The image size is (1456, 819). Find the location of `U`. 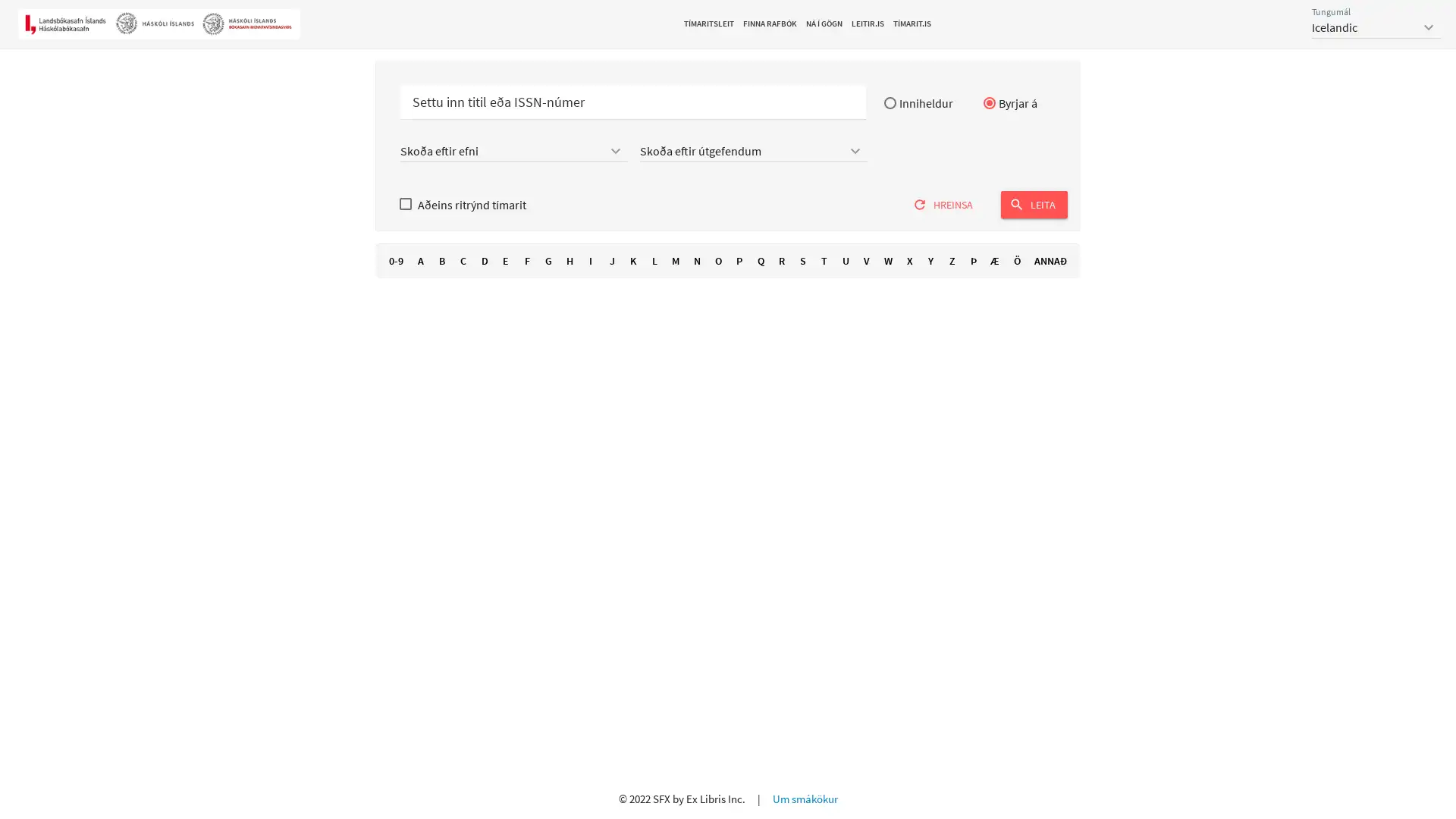

U is located at coordinates (844, 259).